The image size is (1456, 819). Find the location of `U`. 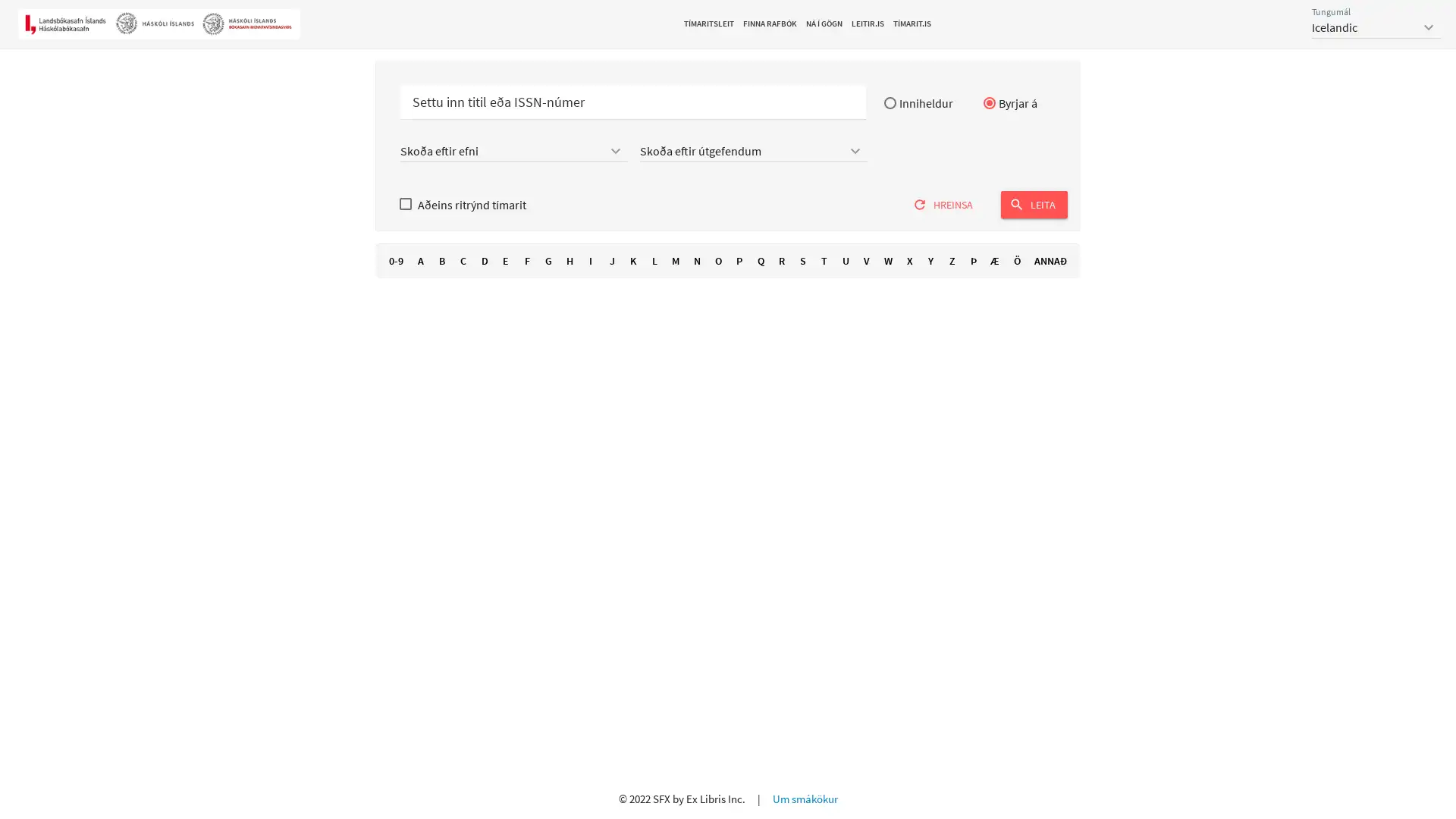

U is located at coordinates (844, 259).